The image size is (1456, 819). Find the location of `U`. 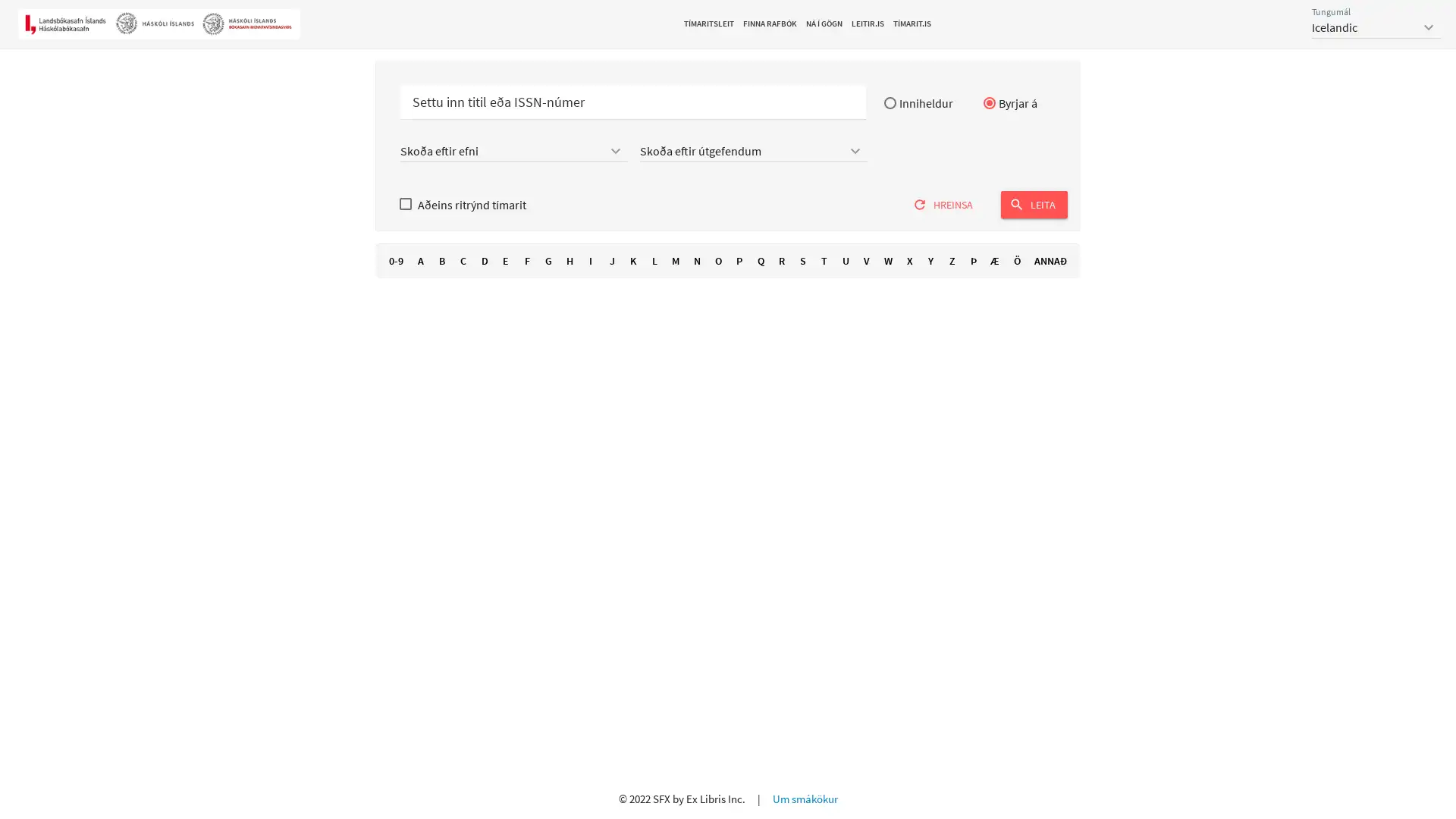

U is located at coordinates (844, 259).